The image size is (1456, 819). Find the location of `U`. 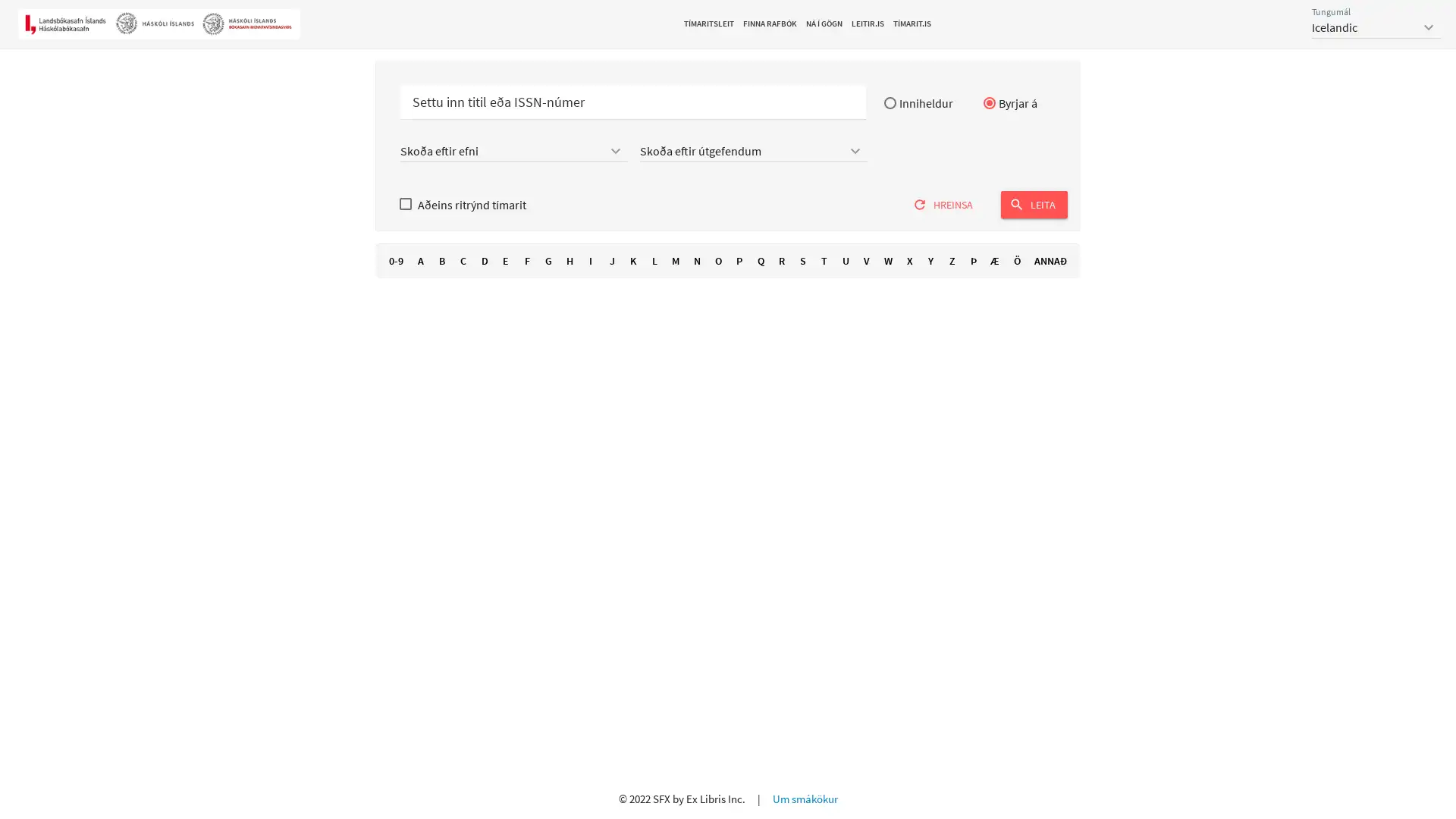

U is located at coordinates (844, 259).